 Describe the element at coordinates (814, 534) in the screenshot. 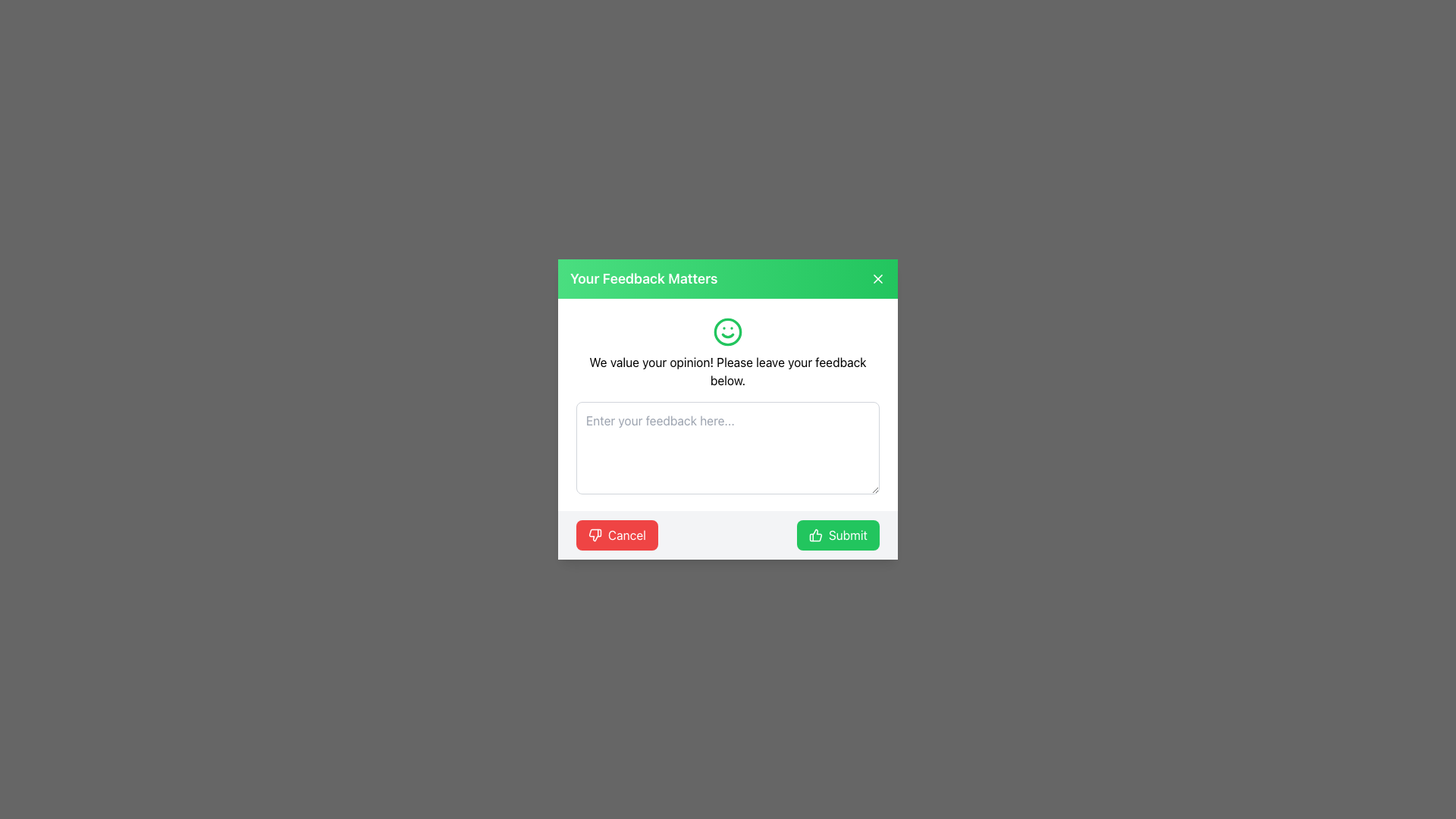

I see `the icon located within the 'Submit' button at the bottom-right of the modal dialog, positioned left of the 'Submit' text` at that location.